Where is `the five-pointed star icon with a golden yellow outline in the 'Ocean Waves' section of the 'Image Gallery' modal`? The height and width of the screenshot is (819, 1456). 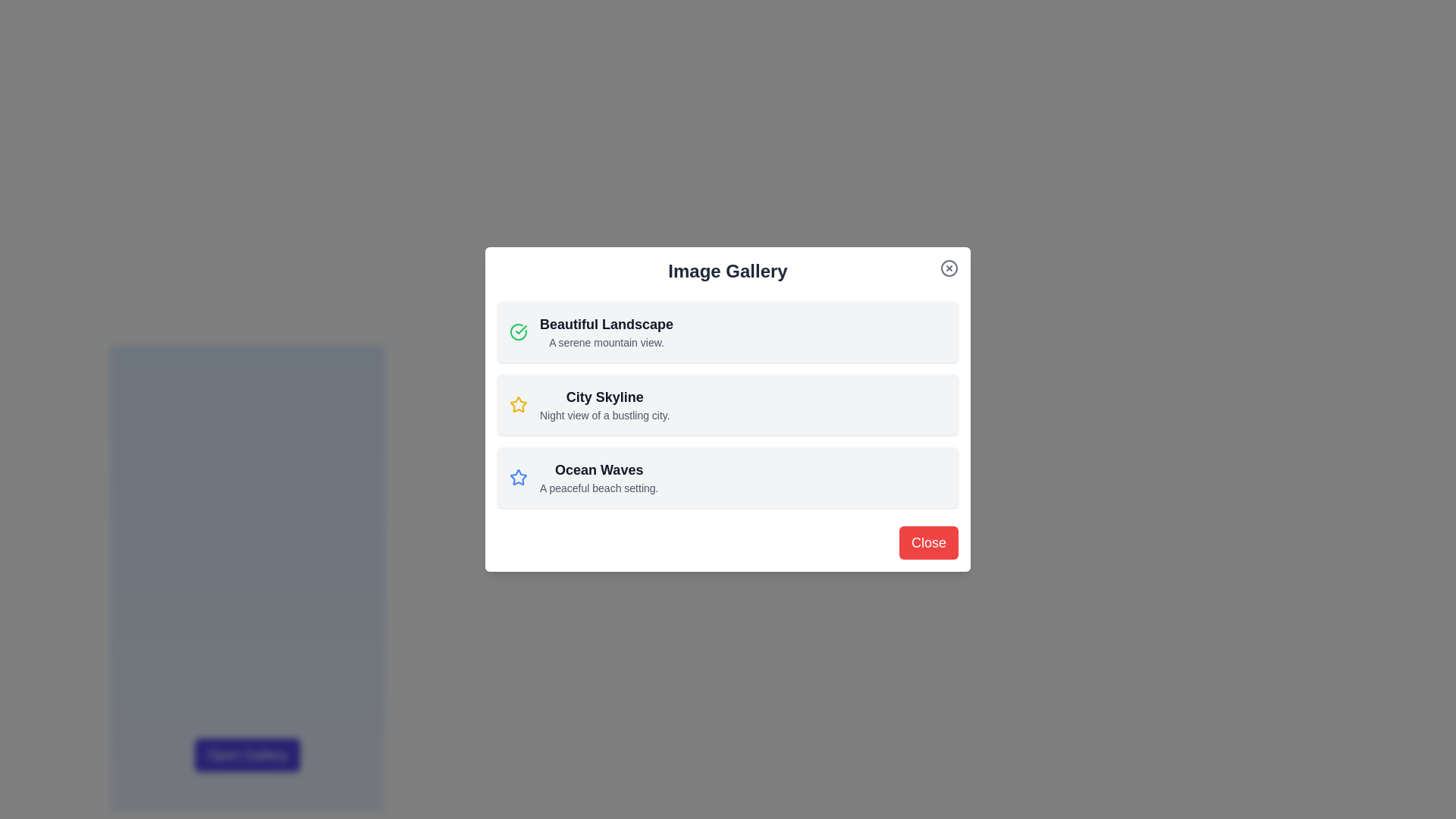
the five-pointed star icon with a golden yellow outline in the 'Ocean Waves' section of the 'Image Gallery' modal is located at coordinates (519, 403).